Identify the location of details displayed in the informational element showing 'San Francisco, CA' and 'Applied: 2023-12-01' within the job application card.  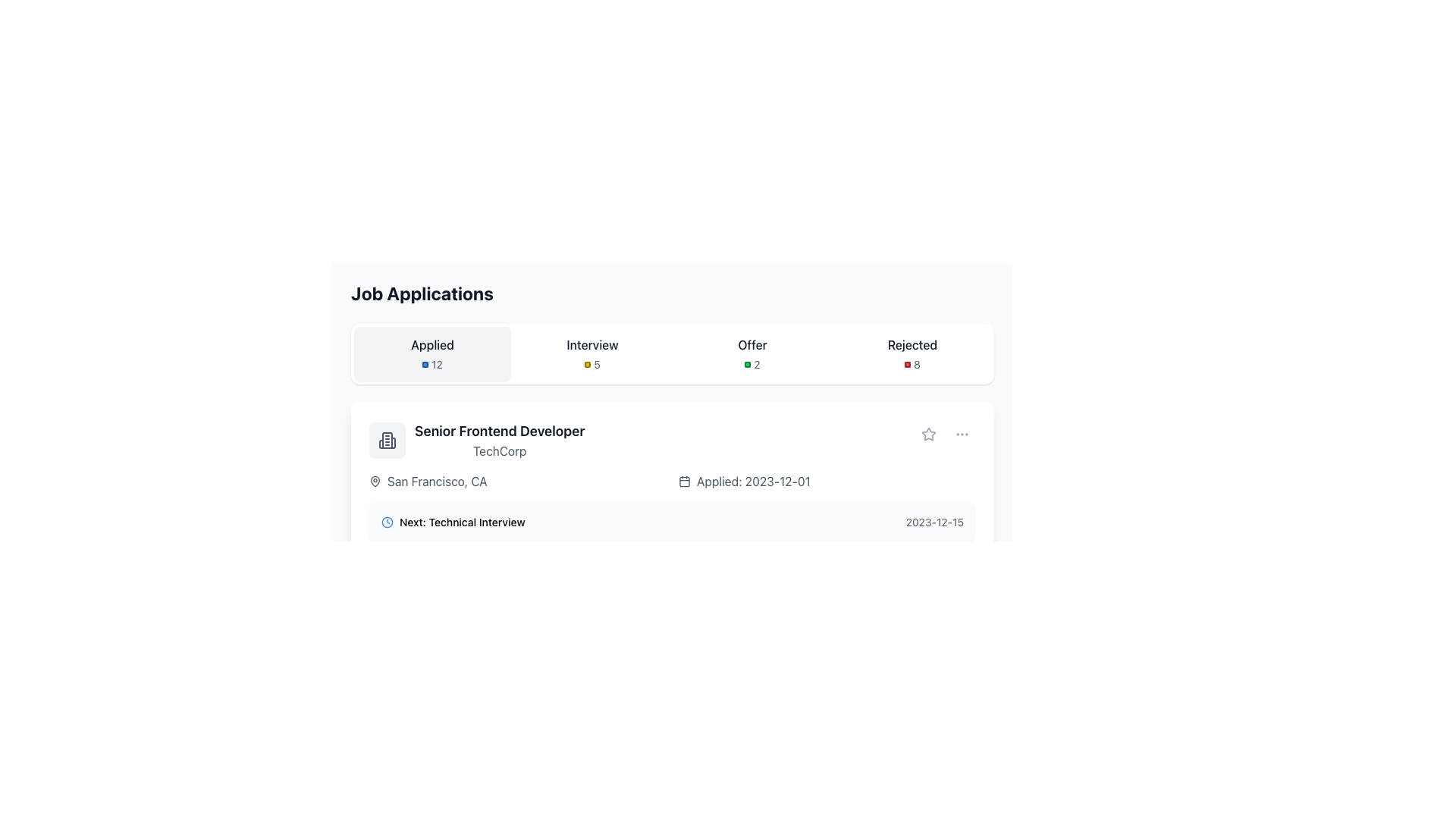
(672, 482).